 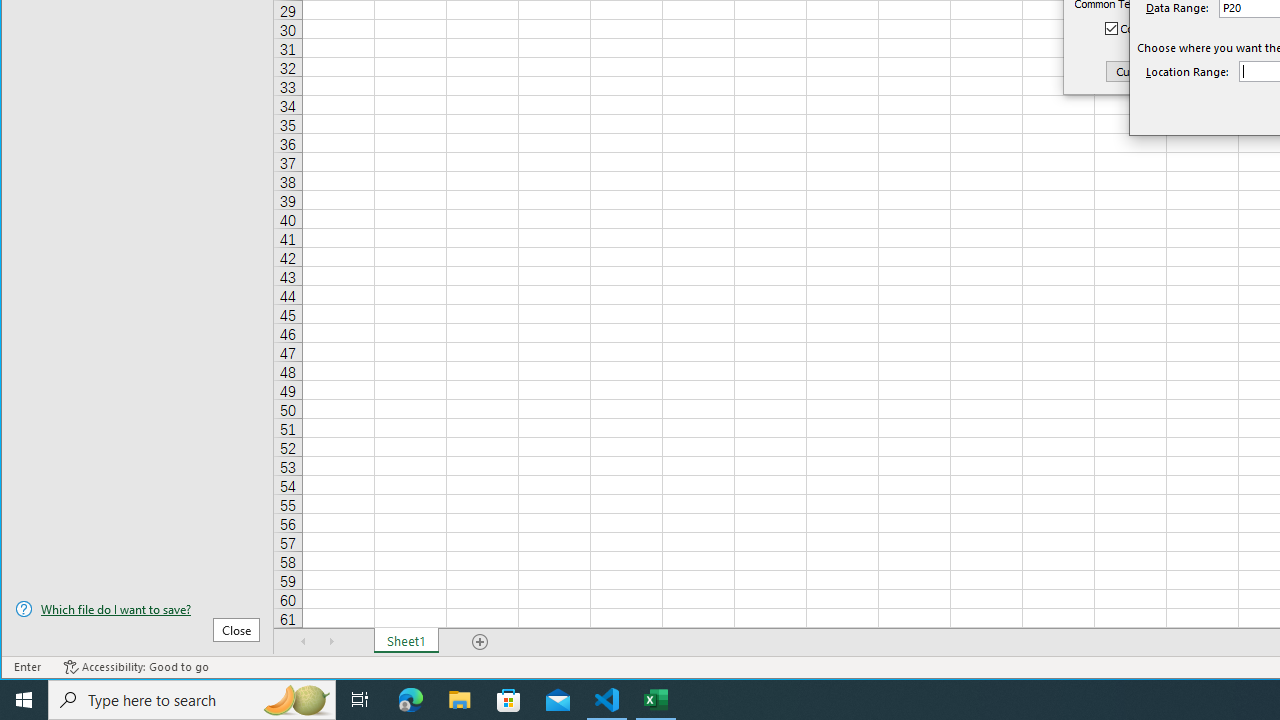 What do you see at coordinates (606, 698) in the screenshot?
I see `'Visual Studio Code - 1 running window'` at bounding box center [606, 698].